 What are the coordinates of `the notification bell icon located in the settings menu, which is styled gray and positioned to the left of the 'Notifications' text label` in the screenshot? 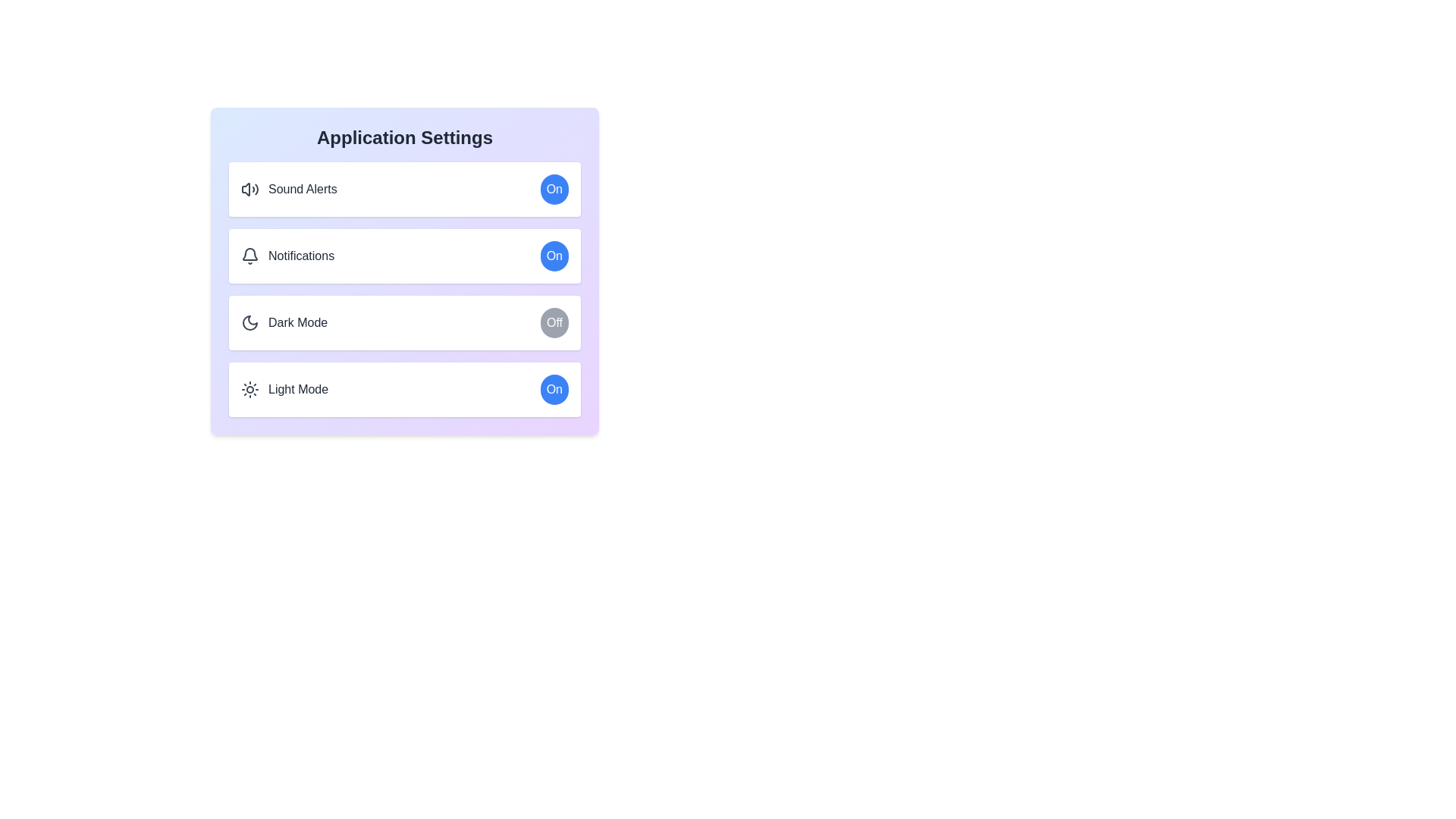 It's located at (250, 256).